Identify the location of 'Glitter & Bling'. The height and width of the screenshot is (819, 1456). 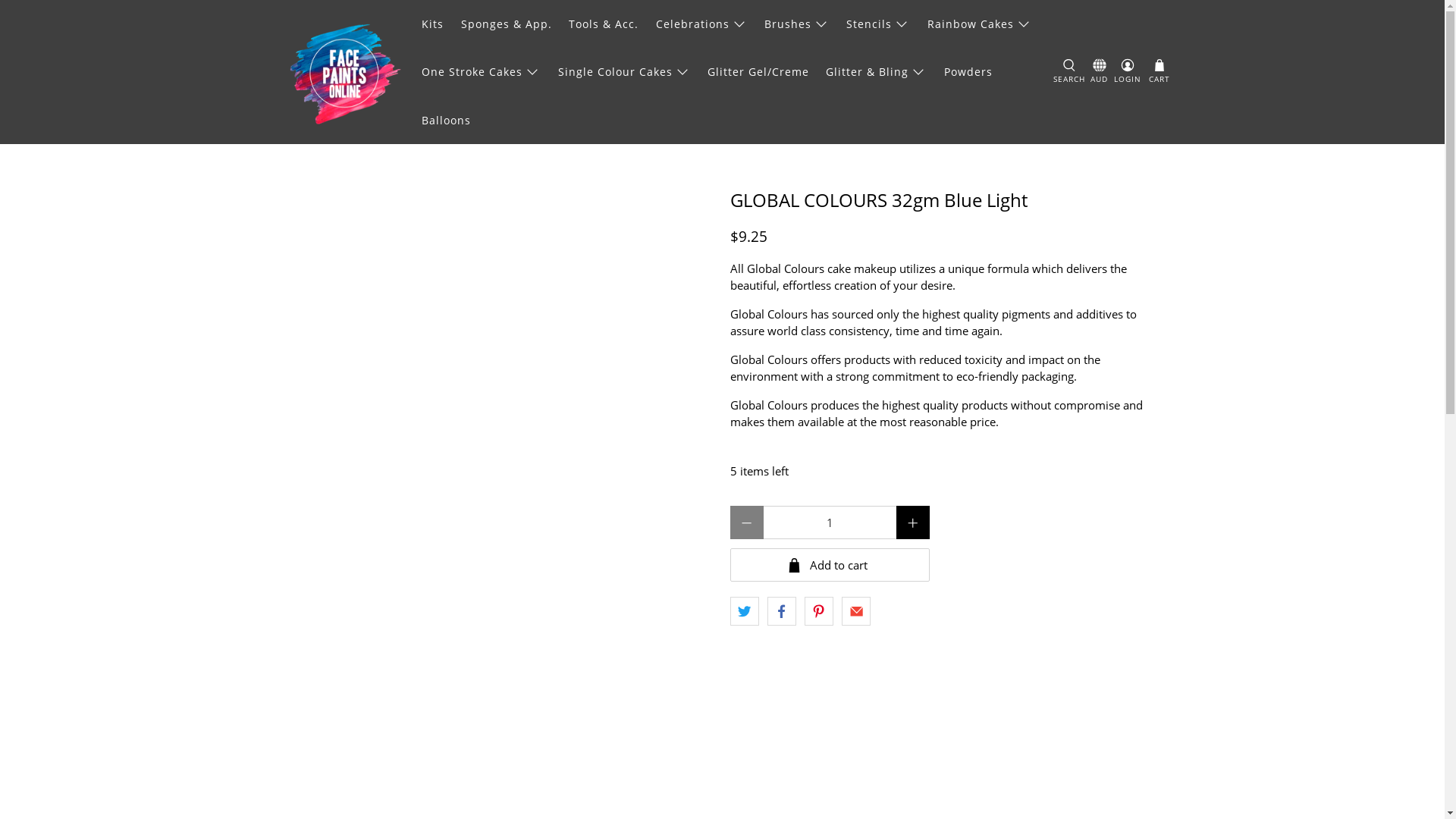
(876, 71).